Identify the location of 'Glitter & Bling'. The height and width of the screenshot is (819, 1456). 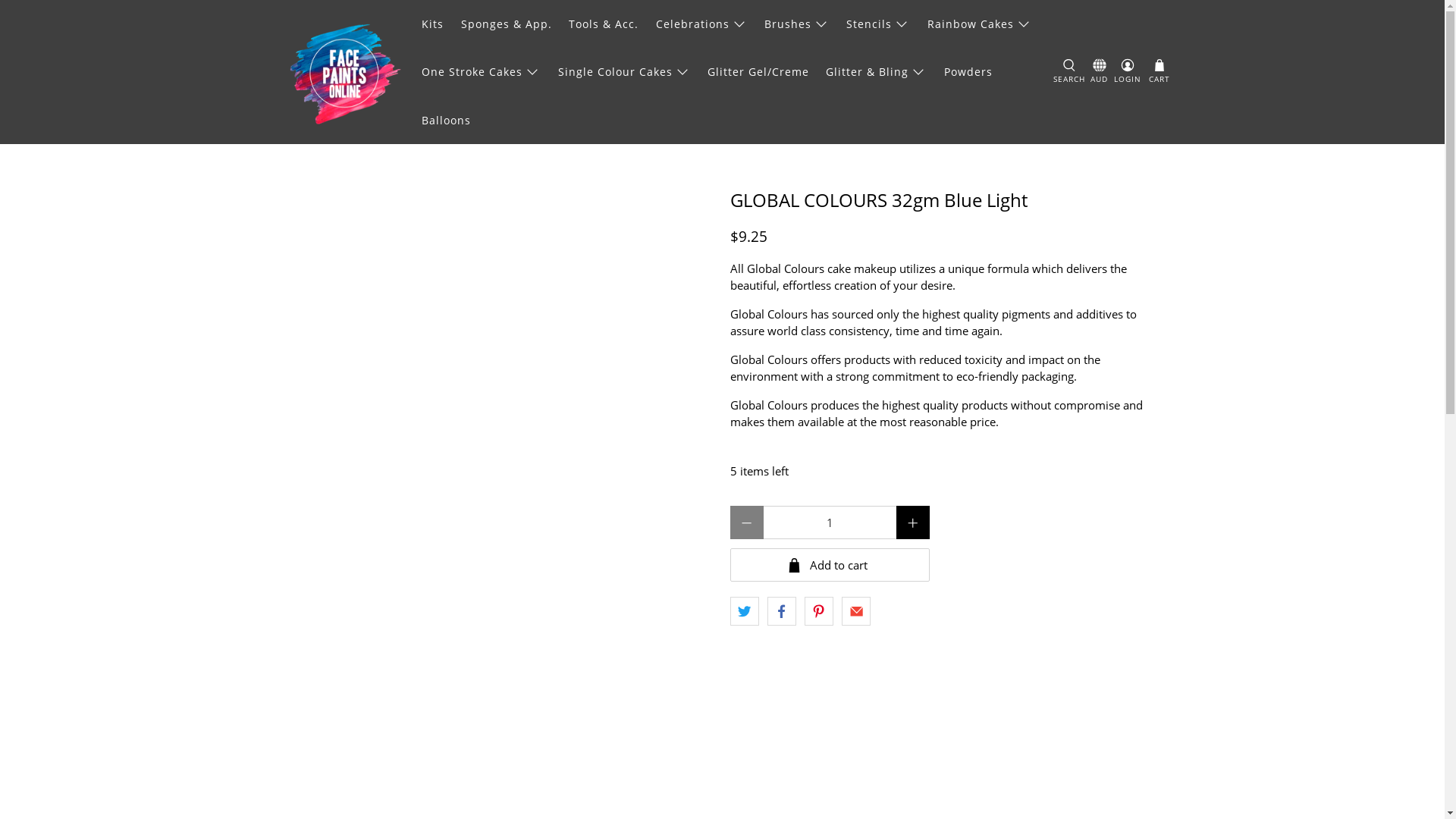
(876, 71).